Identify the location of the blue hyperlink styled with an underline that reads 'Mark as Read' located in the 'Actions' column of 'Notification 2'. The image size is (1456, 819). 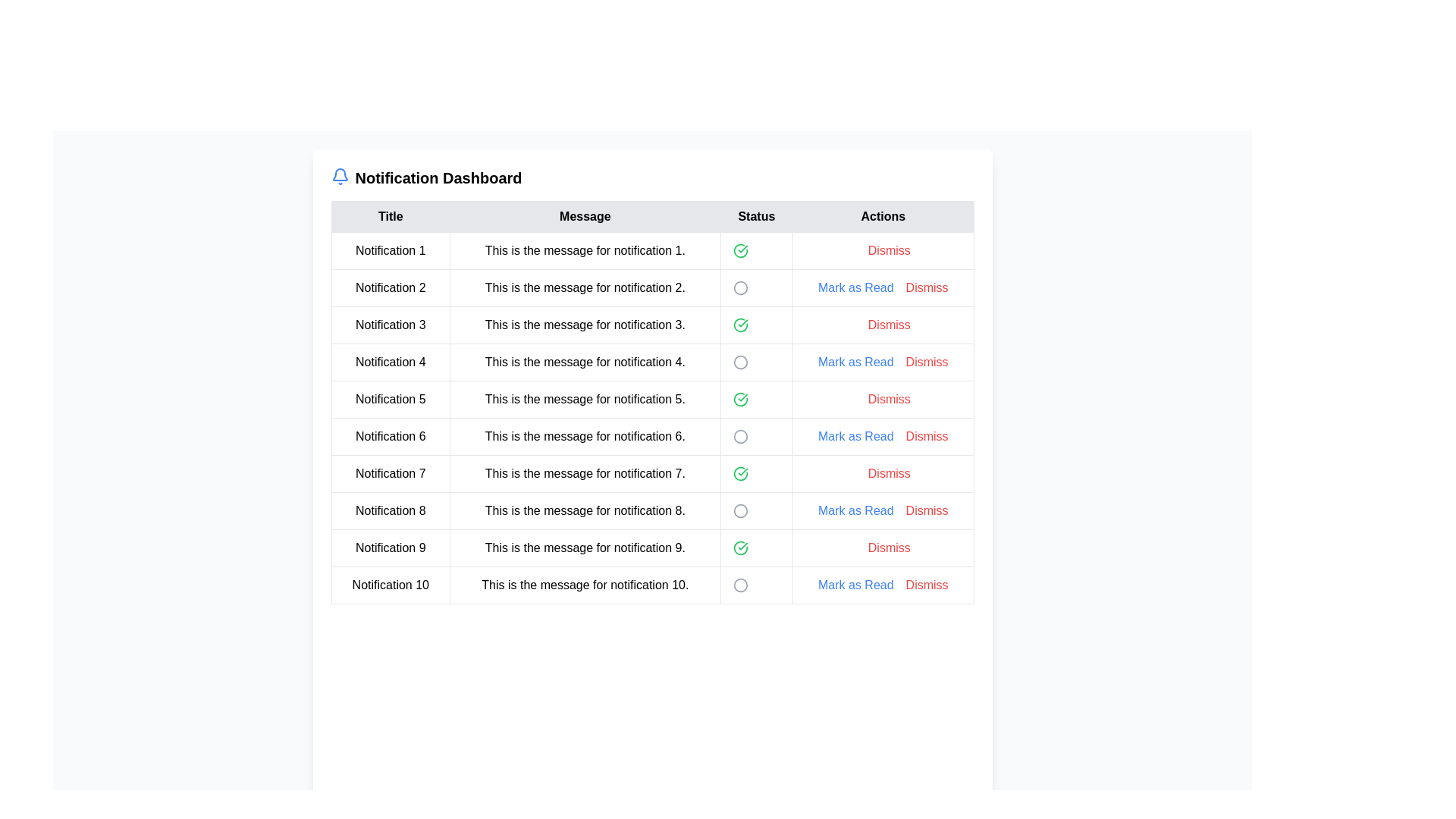
(855, 288).